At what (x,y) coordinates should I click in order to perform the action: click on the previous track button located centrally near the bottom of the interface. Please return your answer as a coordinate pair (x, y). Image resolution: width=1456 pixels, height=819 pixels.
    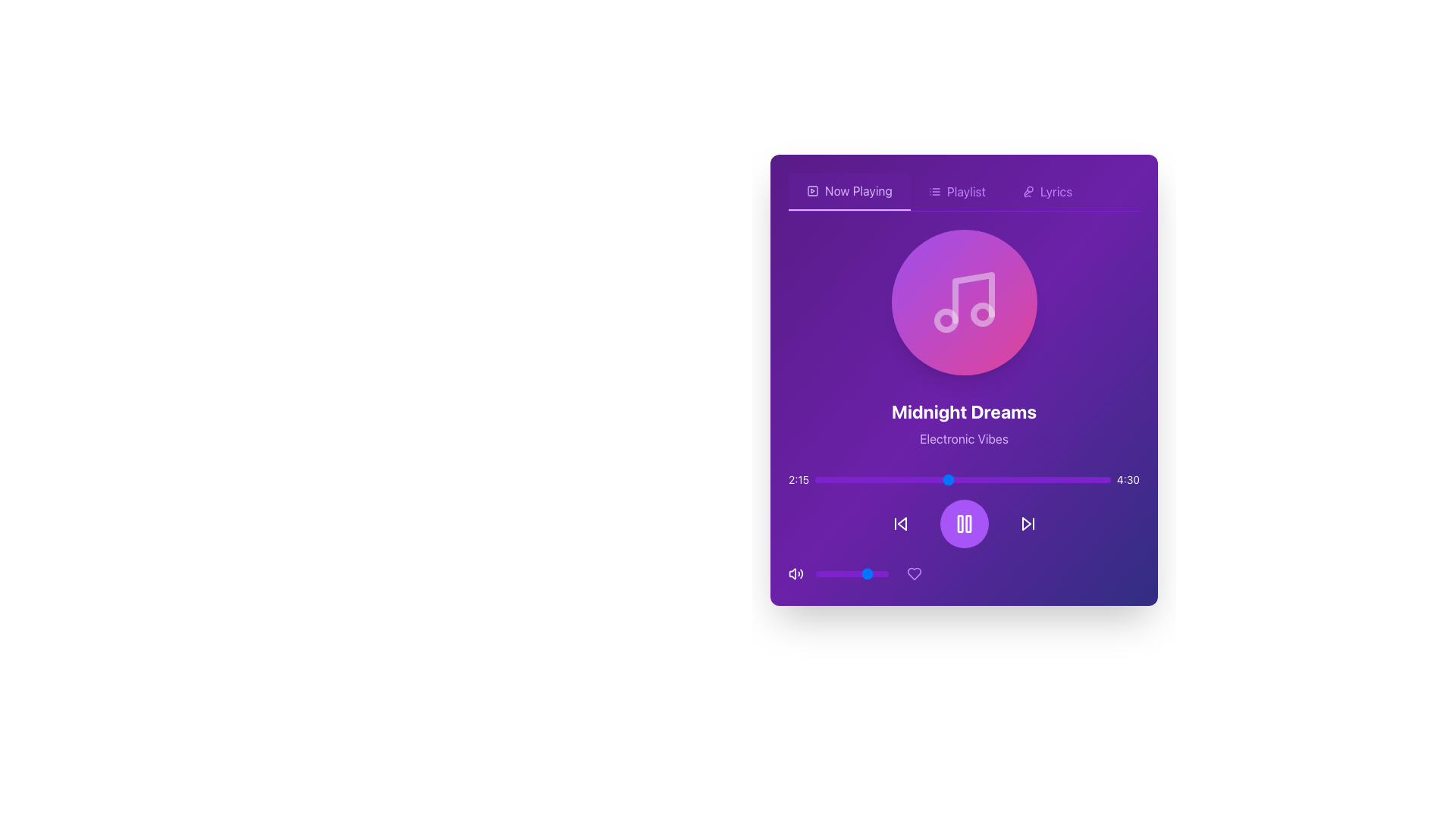
    Looking at the image, I should click on (900, 522).